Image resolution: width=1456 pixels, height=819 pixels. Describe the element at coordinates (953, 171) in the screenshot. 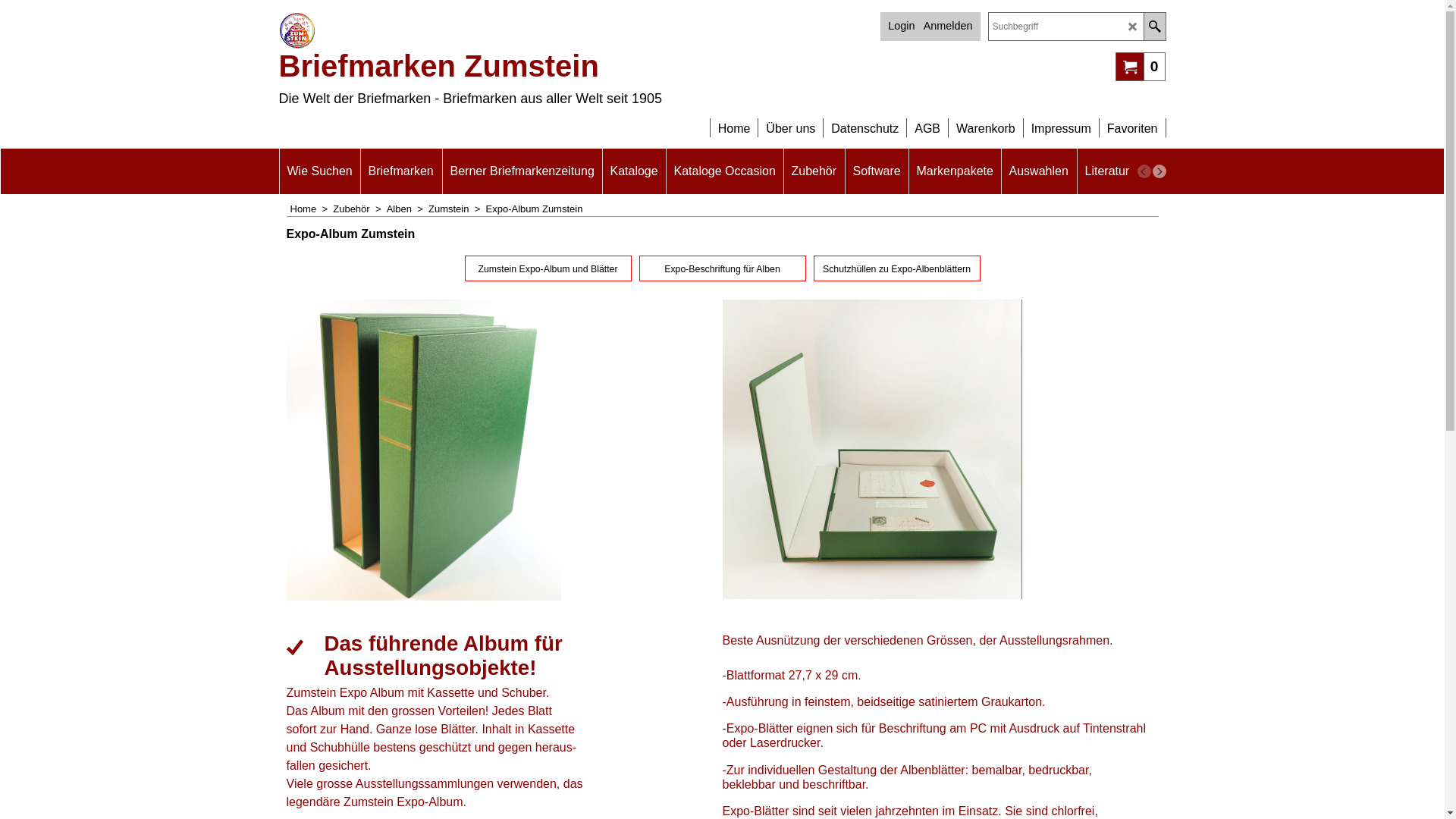

I see `'Markenpakete'` at that location.